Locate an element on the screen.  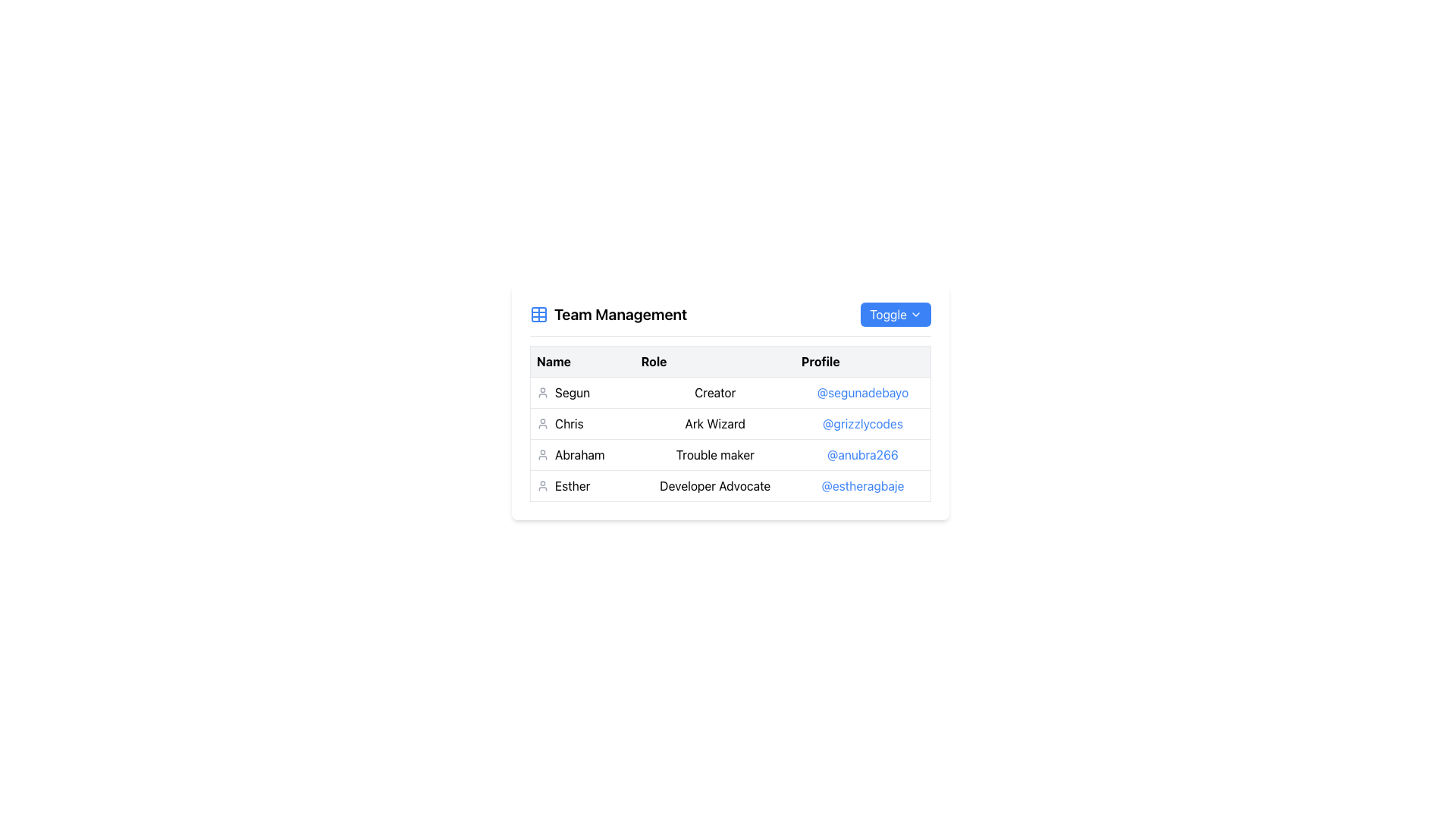
the hyperlink in the 'Profile' column of the first row for the user 'Segun', which links to the GitHub profile 'https://github.com/segunadebayo' is located at coordinates (863, 391).